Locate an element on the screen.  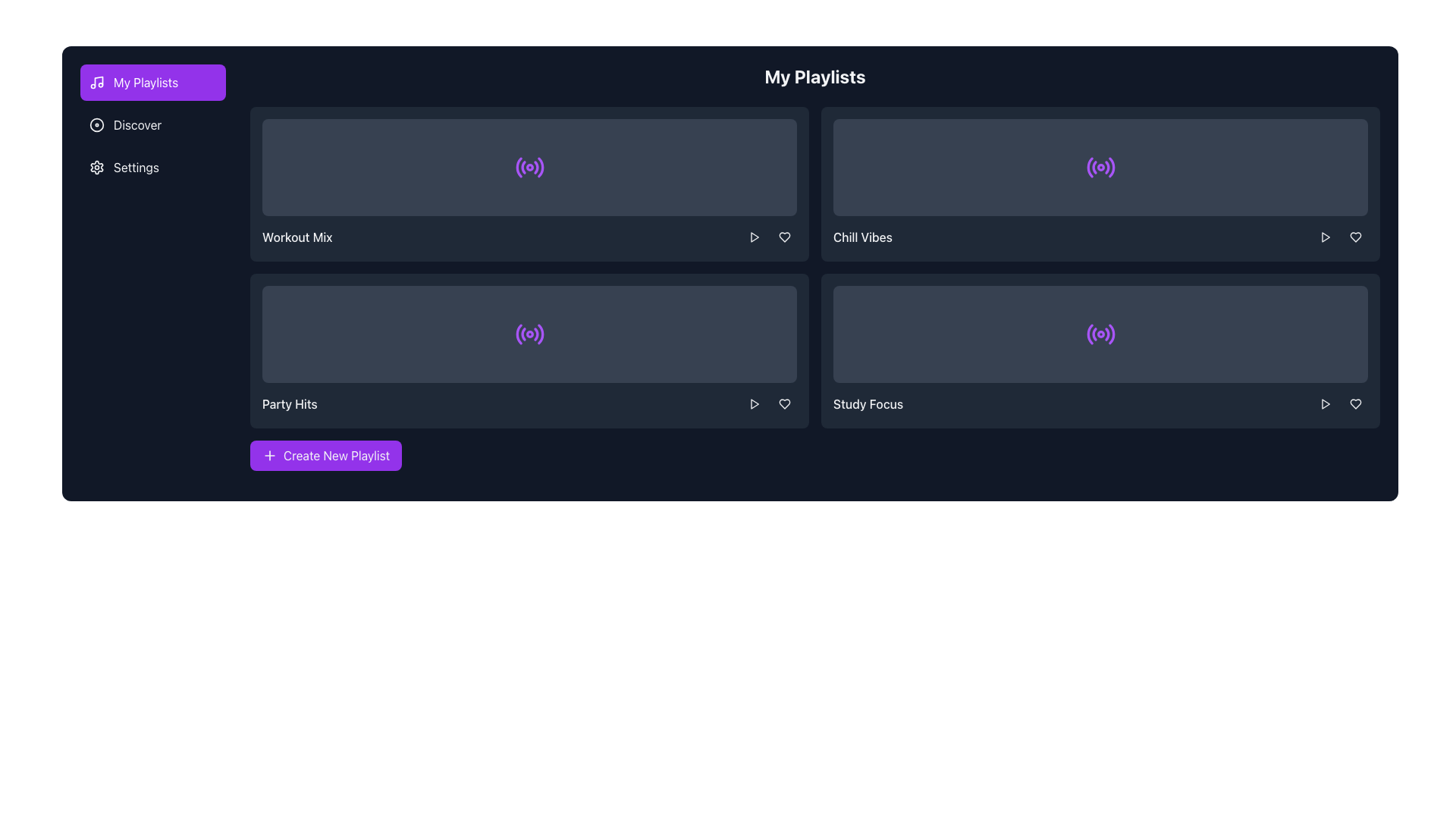
the play button located at the right side of the 'Party Hits' playlist item is located at coordinates (754, 403).